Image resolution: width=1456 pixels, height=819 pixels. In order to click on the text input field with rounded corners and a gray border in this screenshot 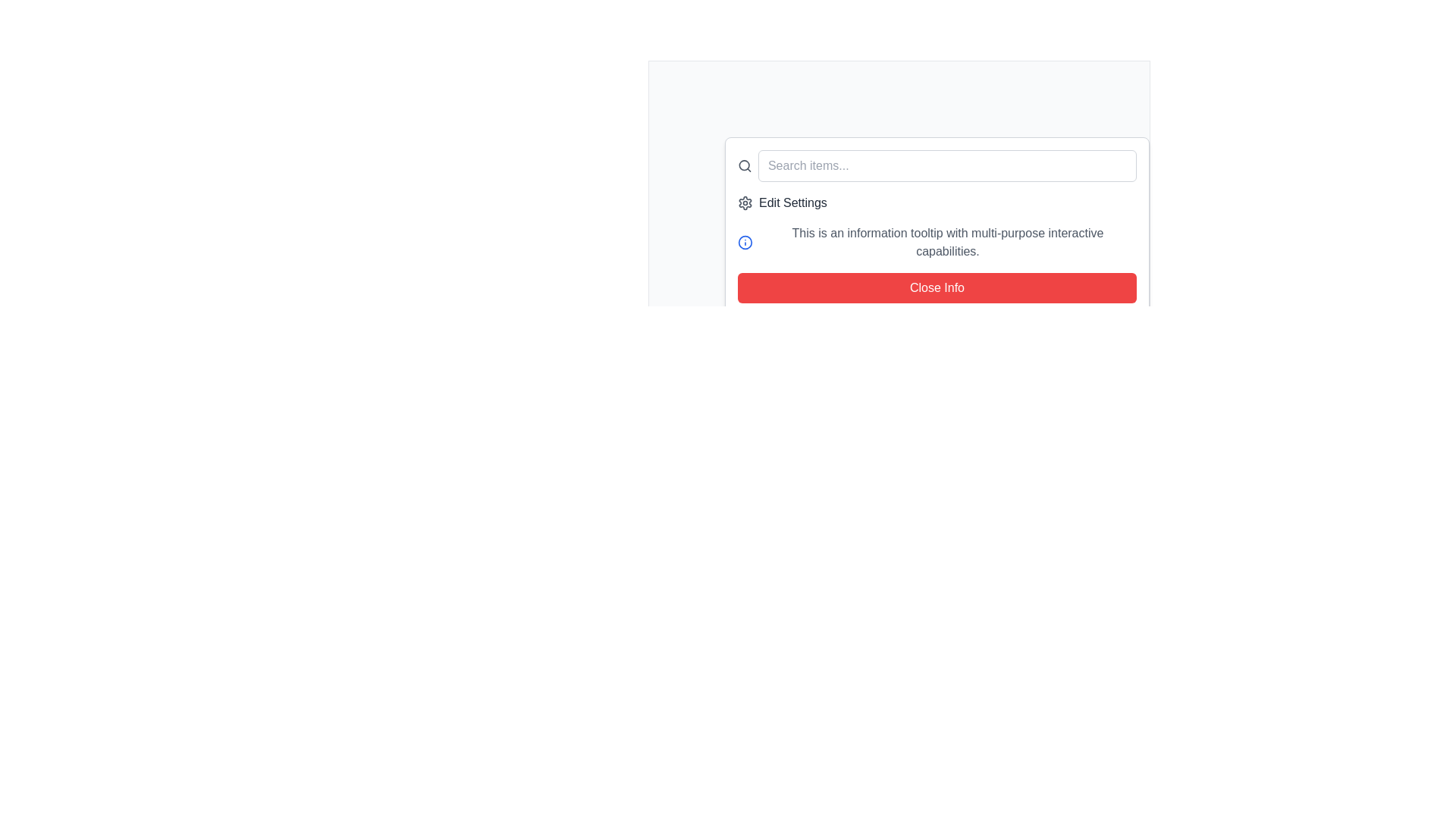, I will do `click(937, 166)`.